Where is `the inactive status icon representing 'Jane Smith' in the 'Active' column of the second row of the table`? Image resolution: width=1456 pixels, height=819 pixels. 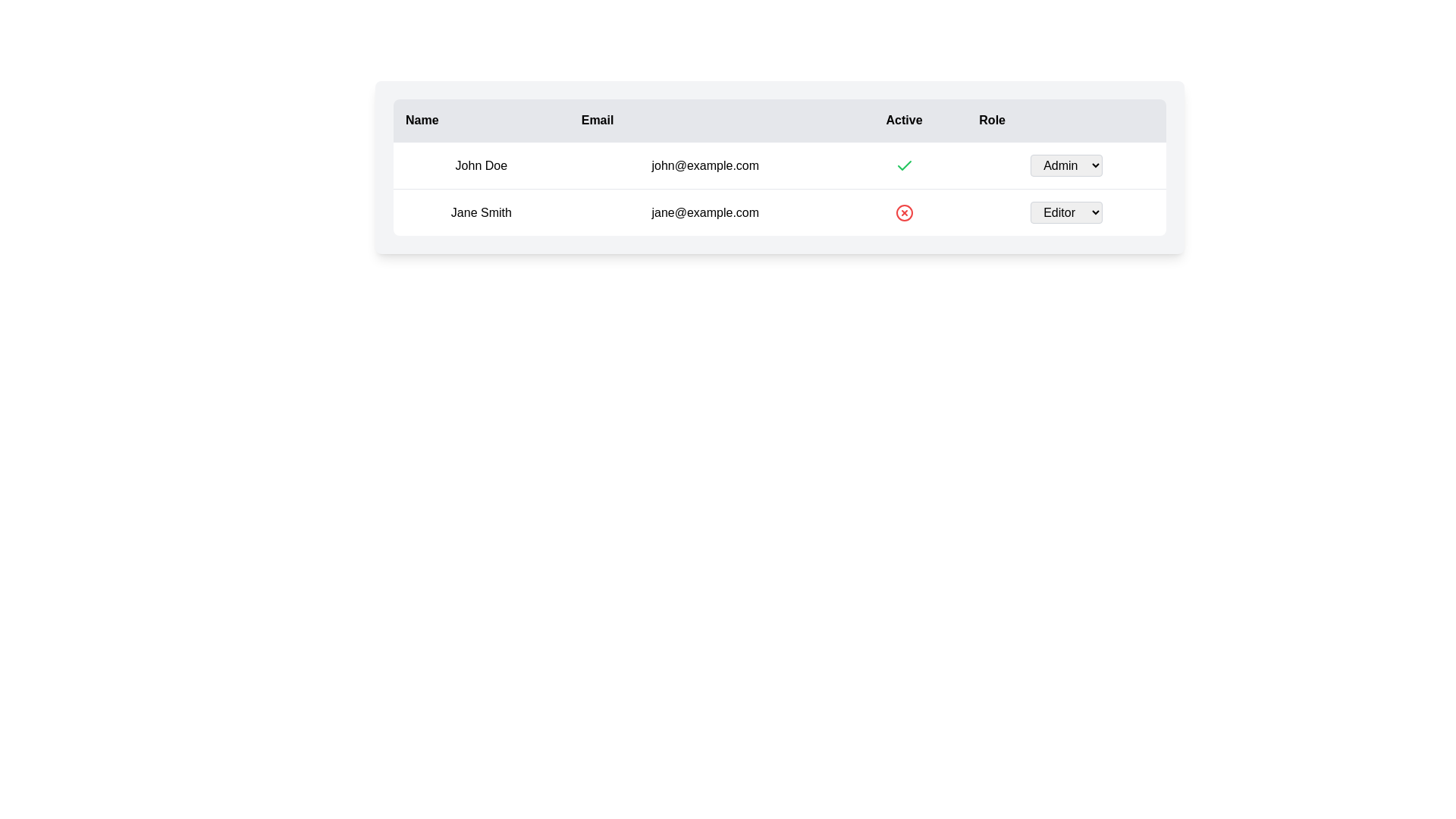 the inactive status icon representing 'Jane Smith' in the 'Active' column of the second row of the table is located at coordinates (904, 212).